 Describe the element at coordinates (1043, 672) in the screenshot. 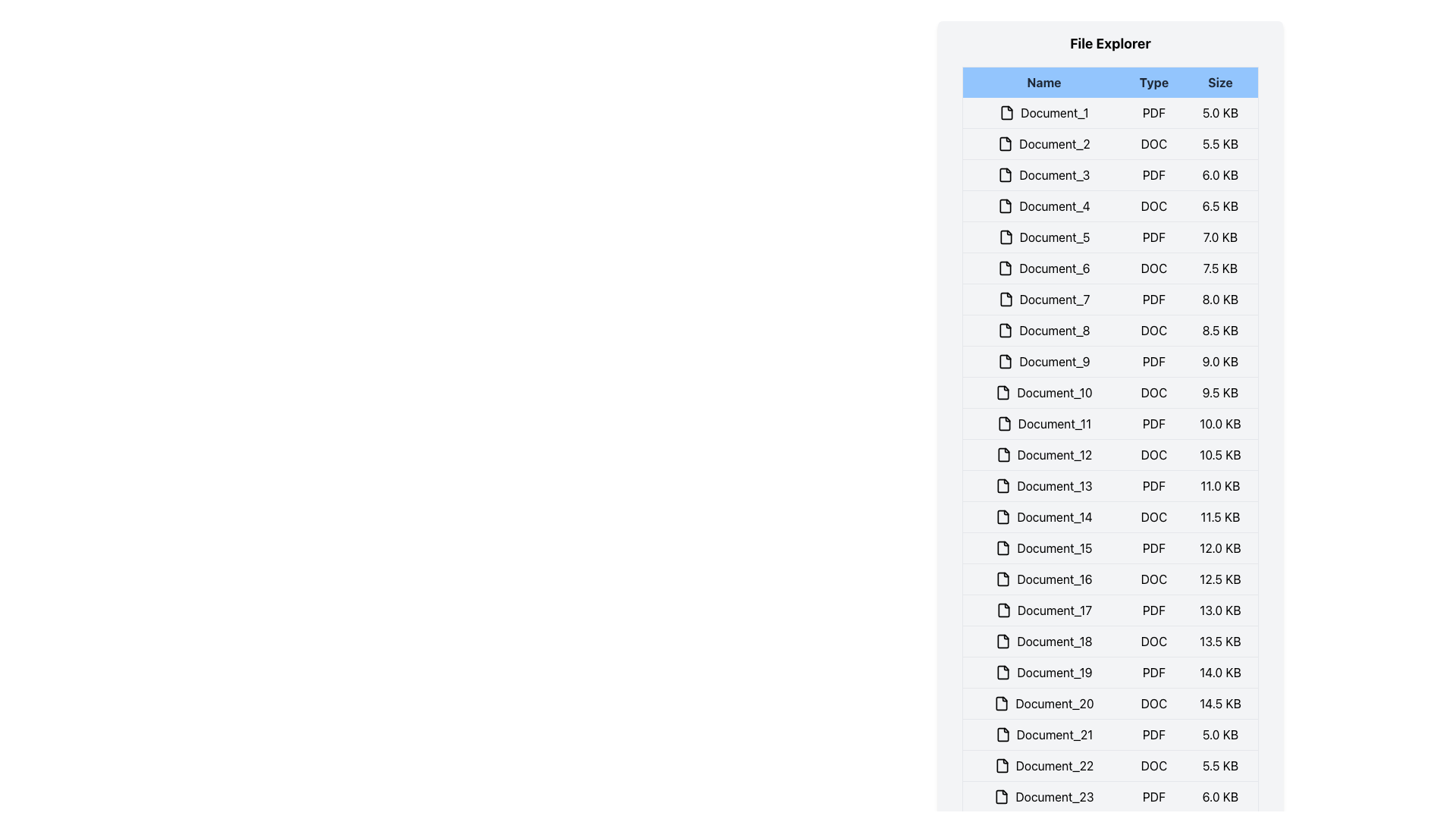

I see `the label 'Document_19' which is accompanied by a document file icon, located in a file explorer table row` at that location.